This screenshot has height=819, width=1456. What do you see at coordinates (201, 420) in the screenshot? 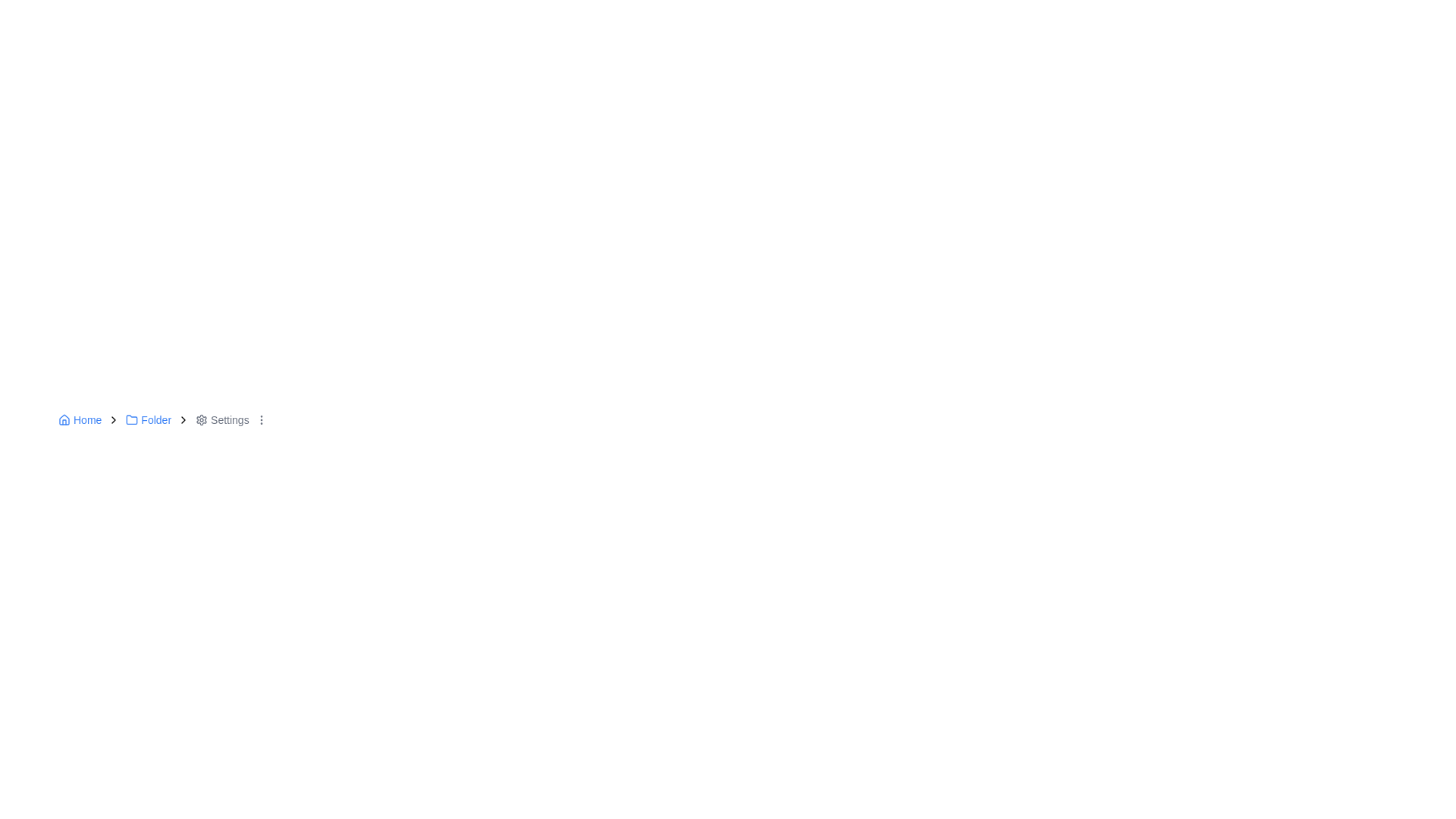
I see `the cogwheel-shaped icon with a gray outline located to the left of the 'Settings' text` at bounding box center [201, 420].